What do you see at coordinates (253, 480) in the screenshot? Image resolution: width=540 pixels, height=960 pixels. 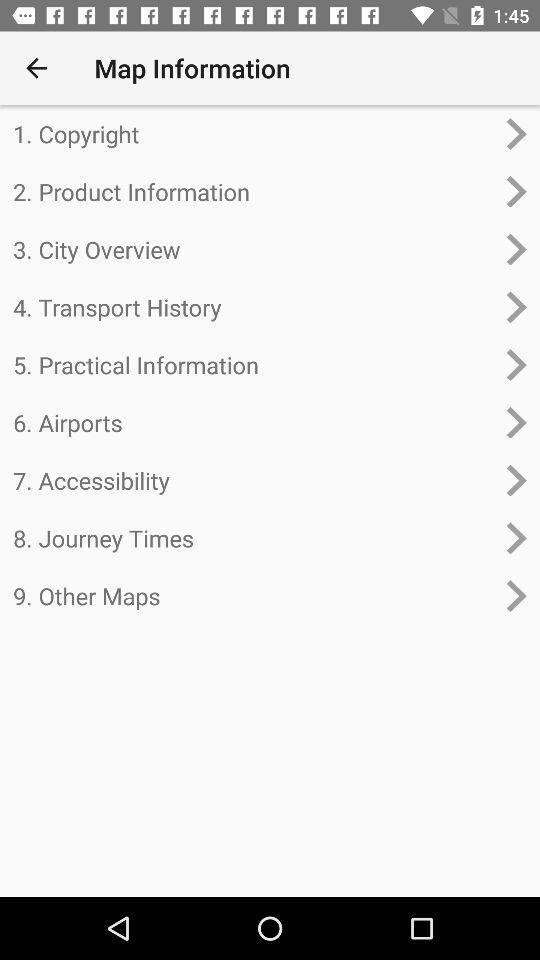 I see `7. accessibility item` at bounding box center [253, 480].